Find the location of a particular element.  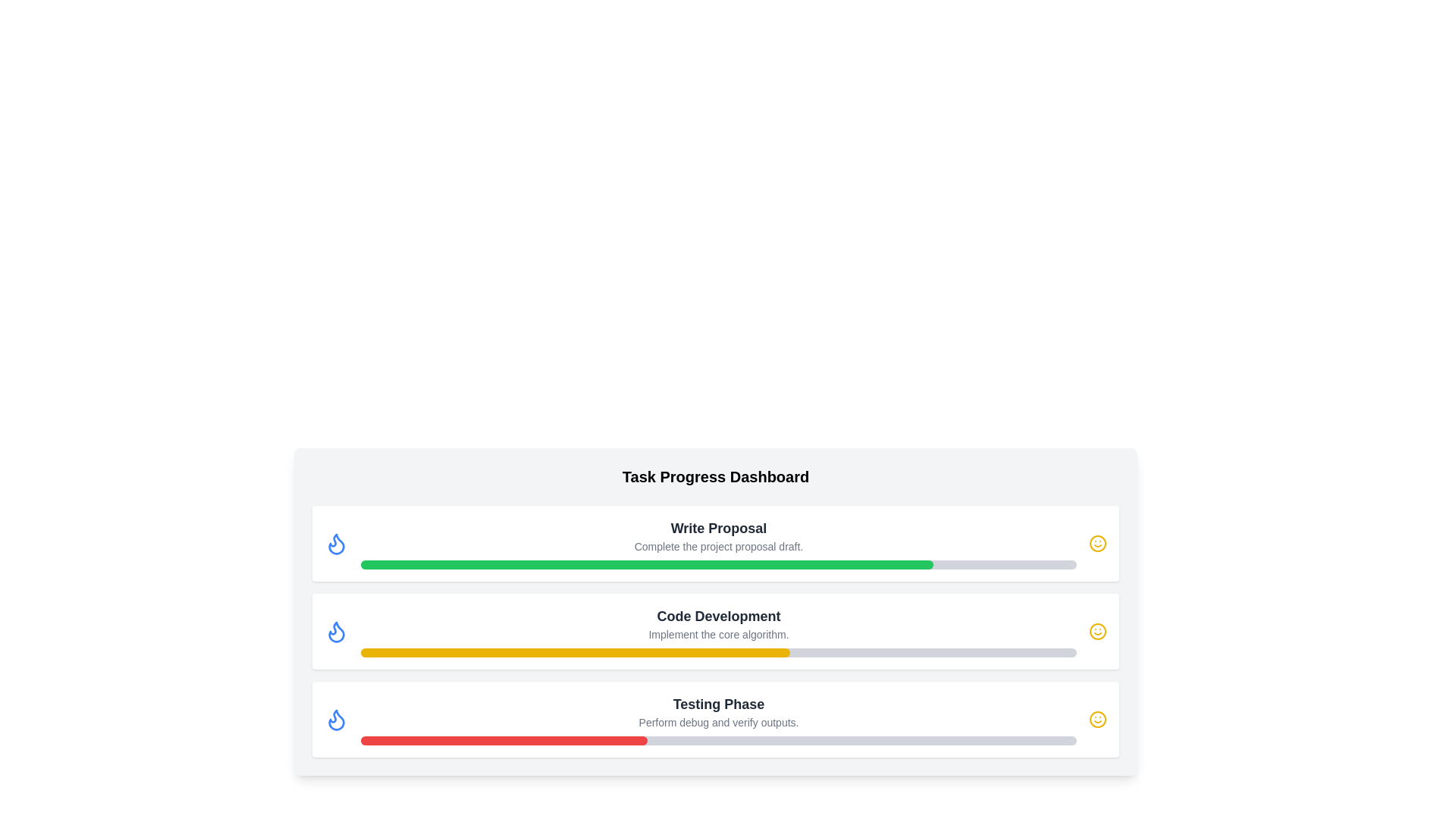

the blue flame-shaped icon located to the left of the 'Code Development' title in the second row of the task list is located at coordinates (336, 632).